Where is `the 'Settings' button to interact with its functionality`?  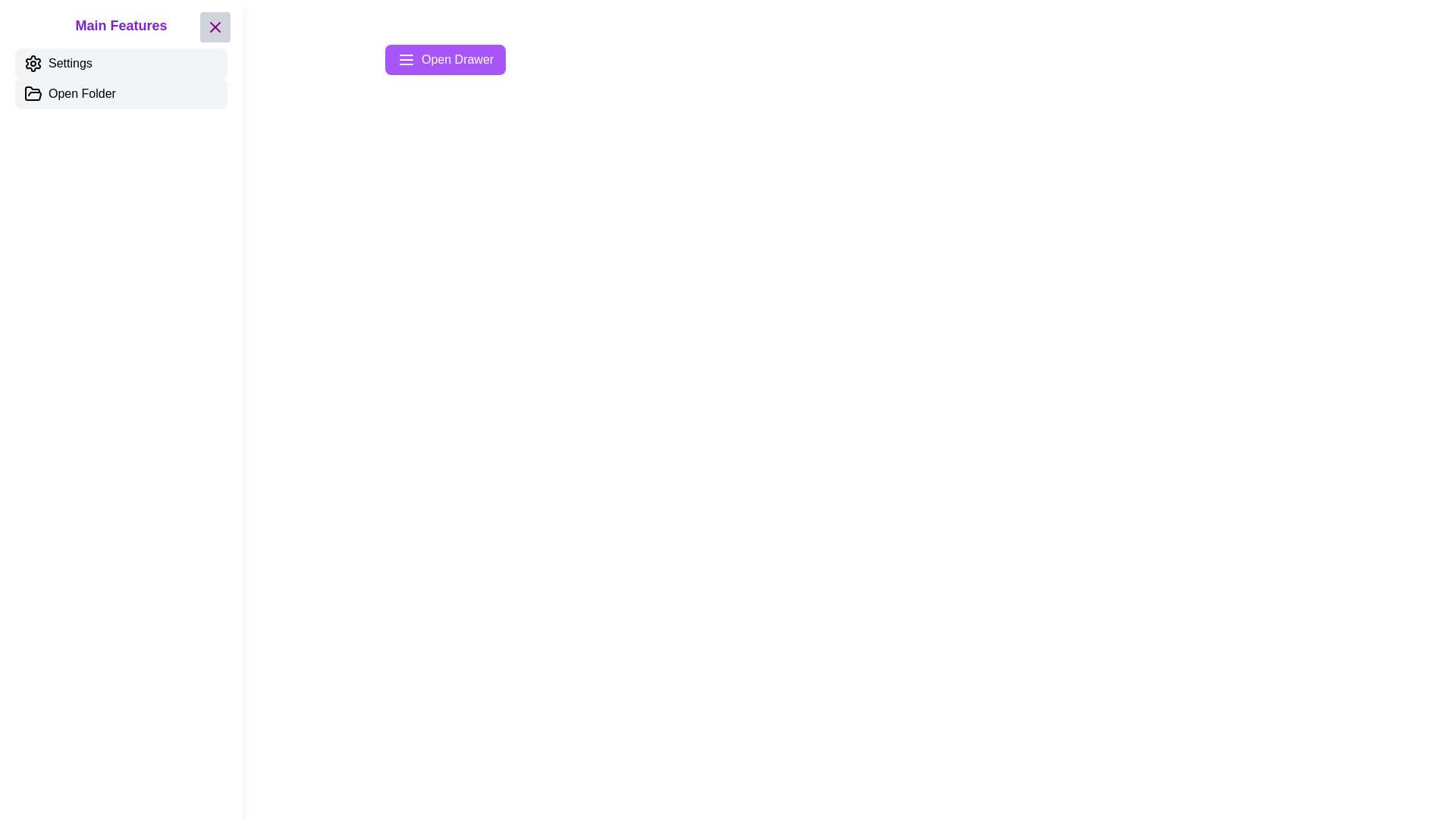 the 'Settings' button to interact with its functionality is located at coordinates (120, 63).